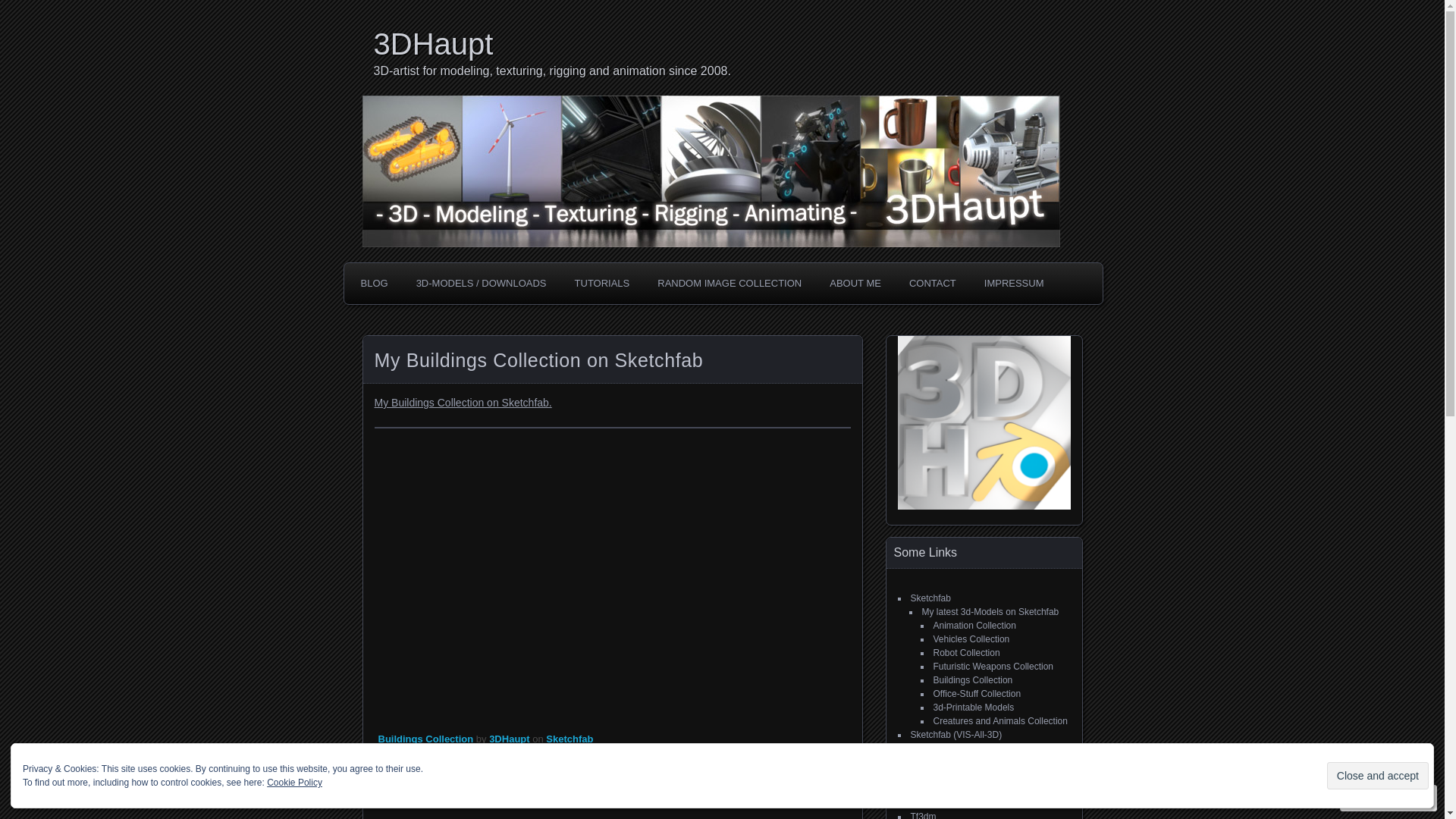 The image size is (1456, 819). What do you see at coordinates (931, 284) in the screenshot?
I see `'CONTACT'` at bounding box center [931, 284].